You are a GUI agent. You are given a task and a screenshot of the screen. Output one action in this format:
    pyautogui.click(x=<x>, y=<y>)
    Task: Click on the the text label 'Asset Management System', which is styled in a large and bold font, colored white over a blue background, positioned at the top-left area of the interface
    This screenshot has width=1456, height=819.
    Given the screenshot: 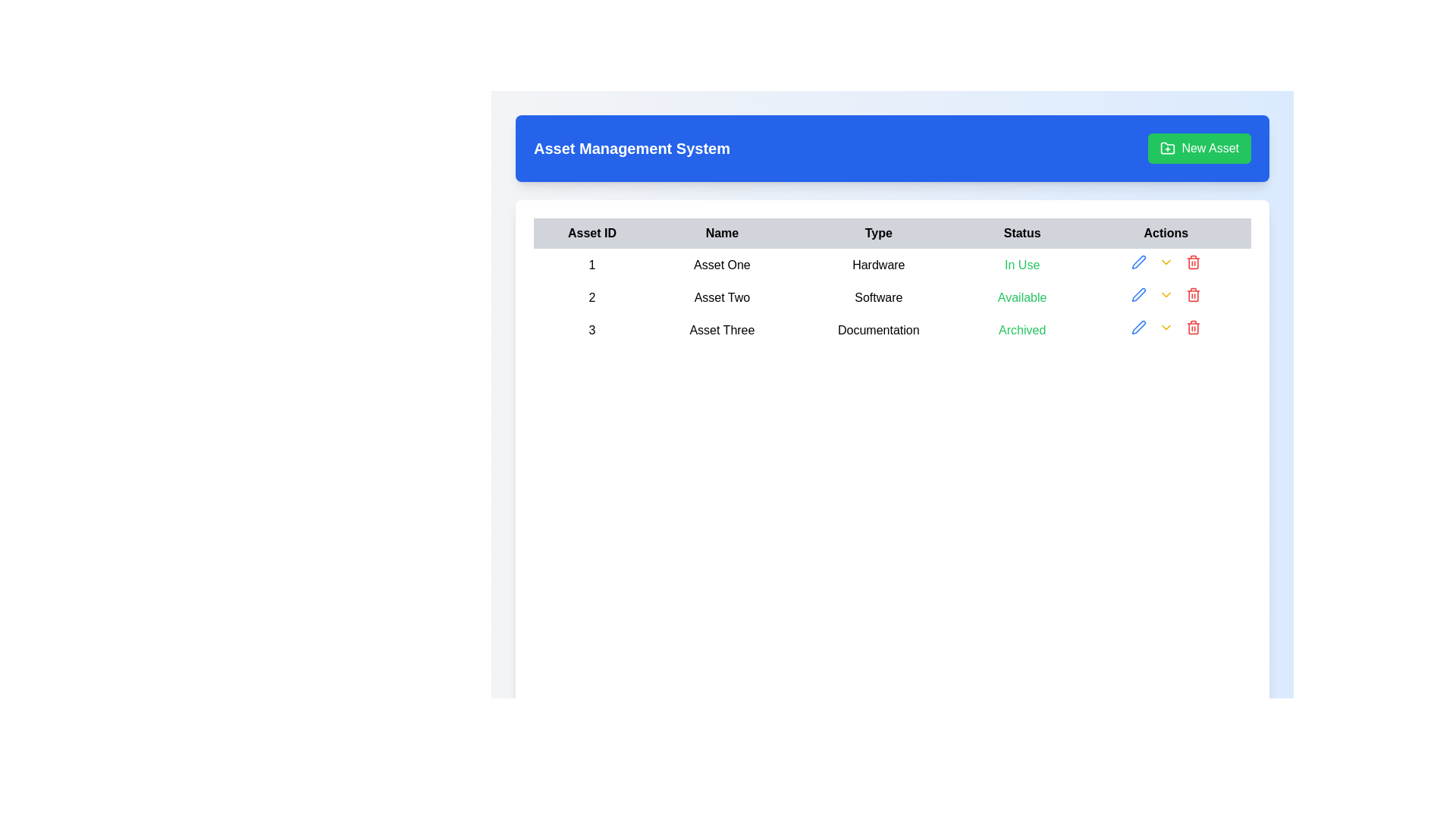 What is the action you would take?
    pyautogui.click(x=632, y=149)
    